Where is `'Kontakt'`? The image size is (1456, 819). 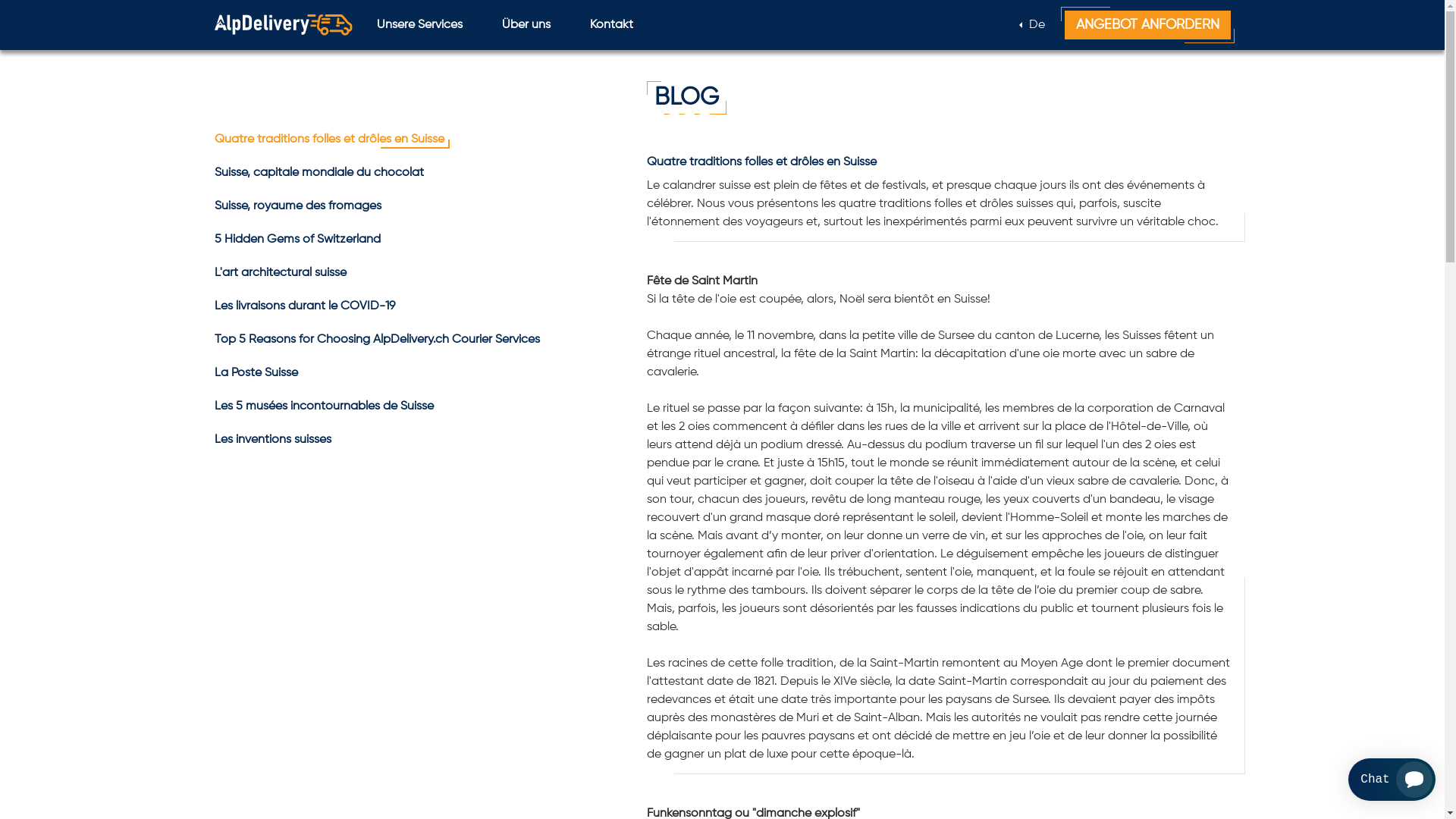
'Kontakt' is located at coordinates (577, 25).